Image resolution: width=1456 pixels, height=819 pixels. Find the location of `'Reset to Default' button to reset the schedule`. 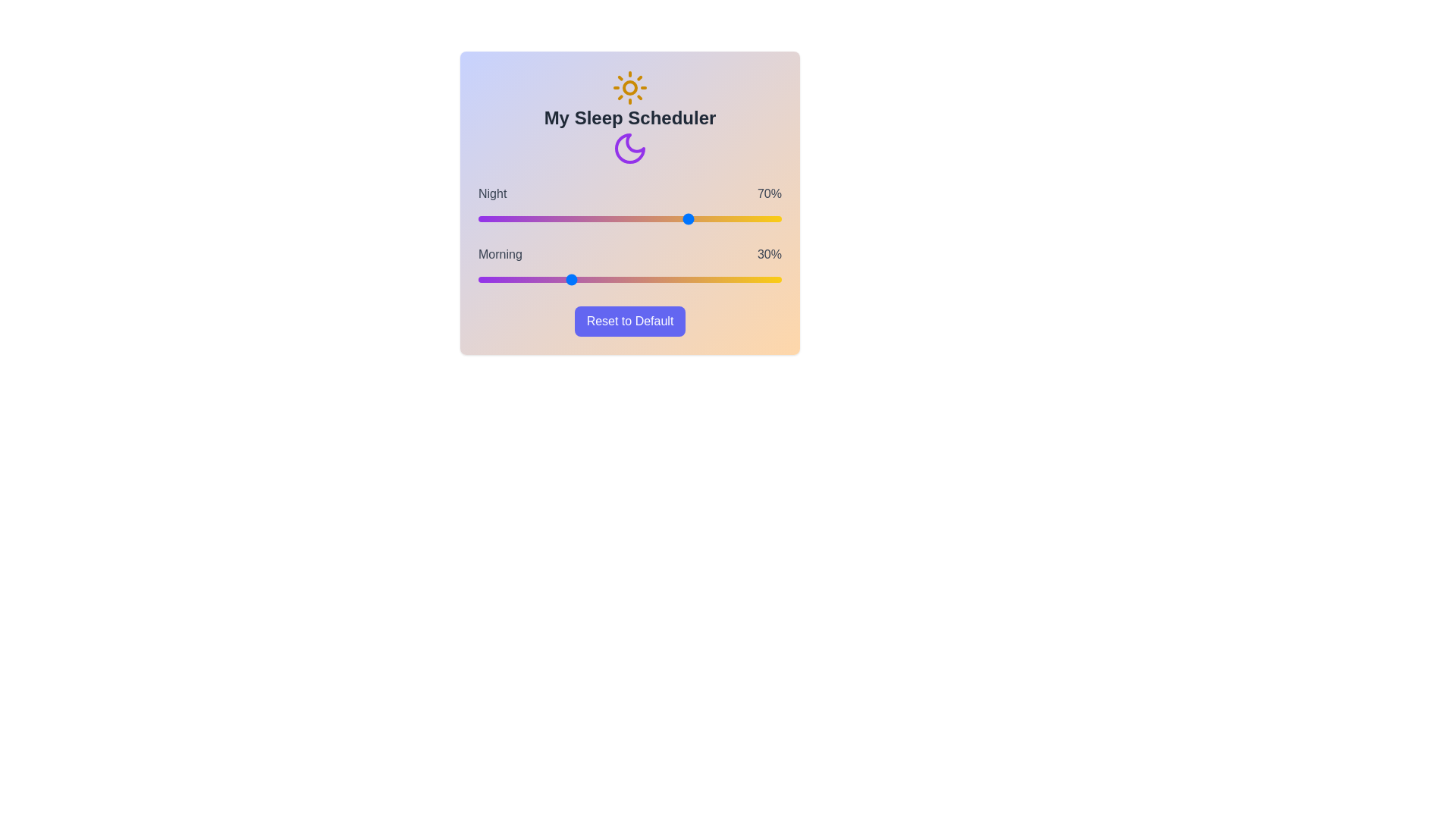

'Reset to Default' button to reset the schedule is located at coordinates (629, 321).